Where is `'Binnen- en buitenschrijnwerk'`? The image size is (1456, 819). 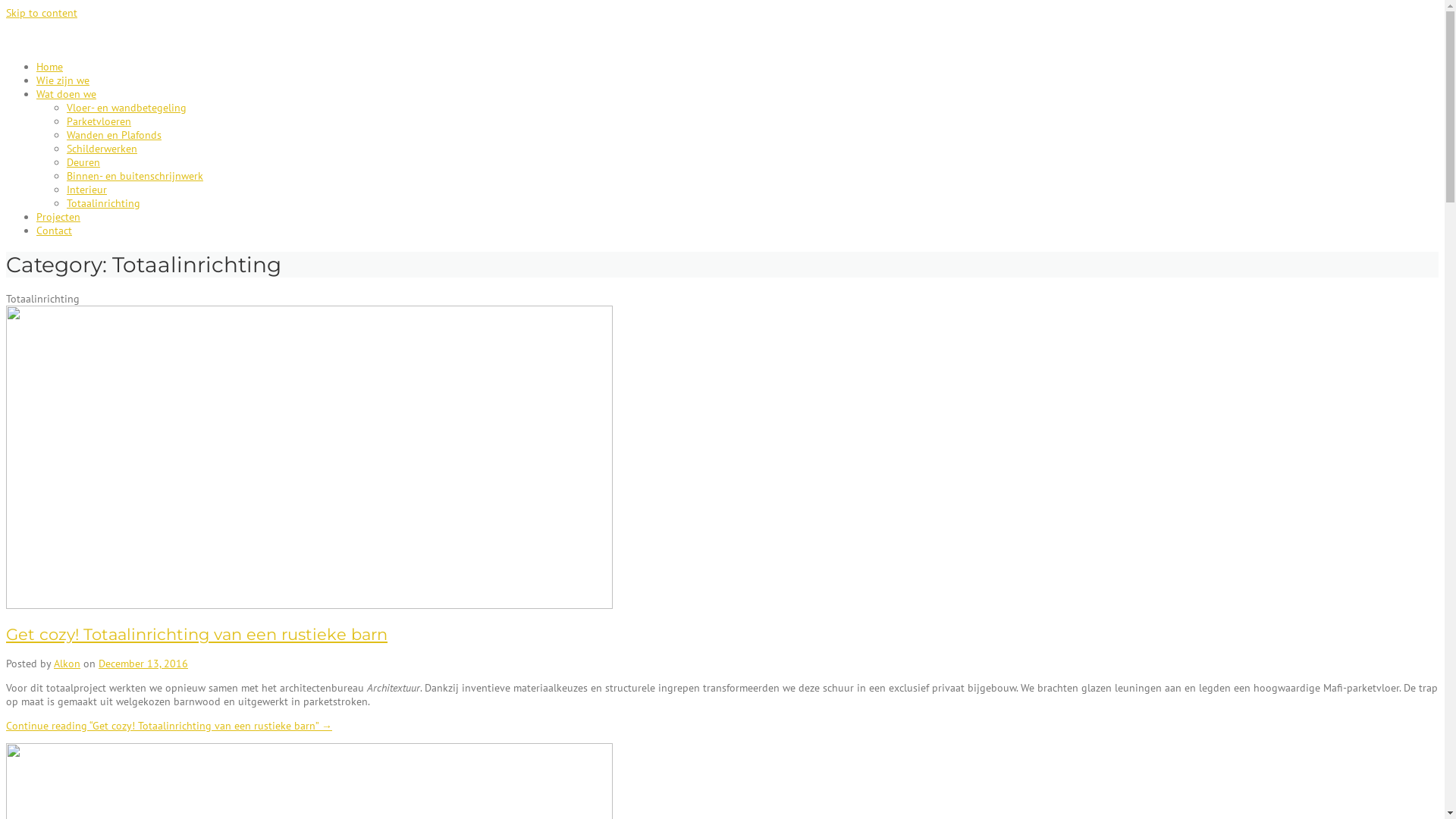
'Binnen- en buitenschrijnwerk' is located at coordinates (65, 174).